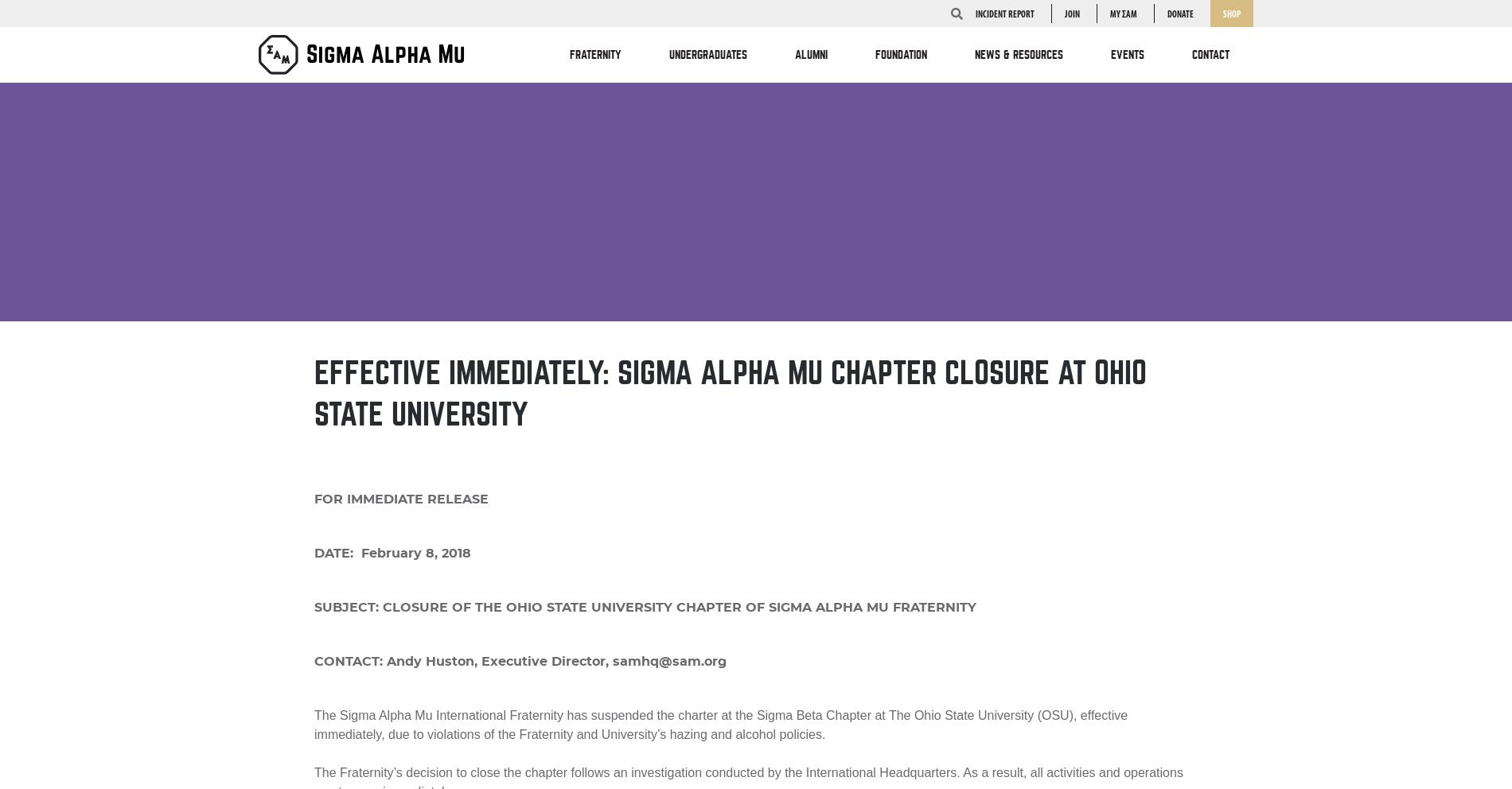 The width and height of the screenshot is (1512, 789). What do you see at coordinates (392, 552) in the screenshot?
I see `'DATE:  February 8, 2018'` at bounding box center [392, 552].